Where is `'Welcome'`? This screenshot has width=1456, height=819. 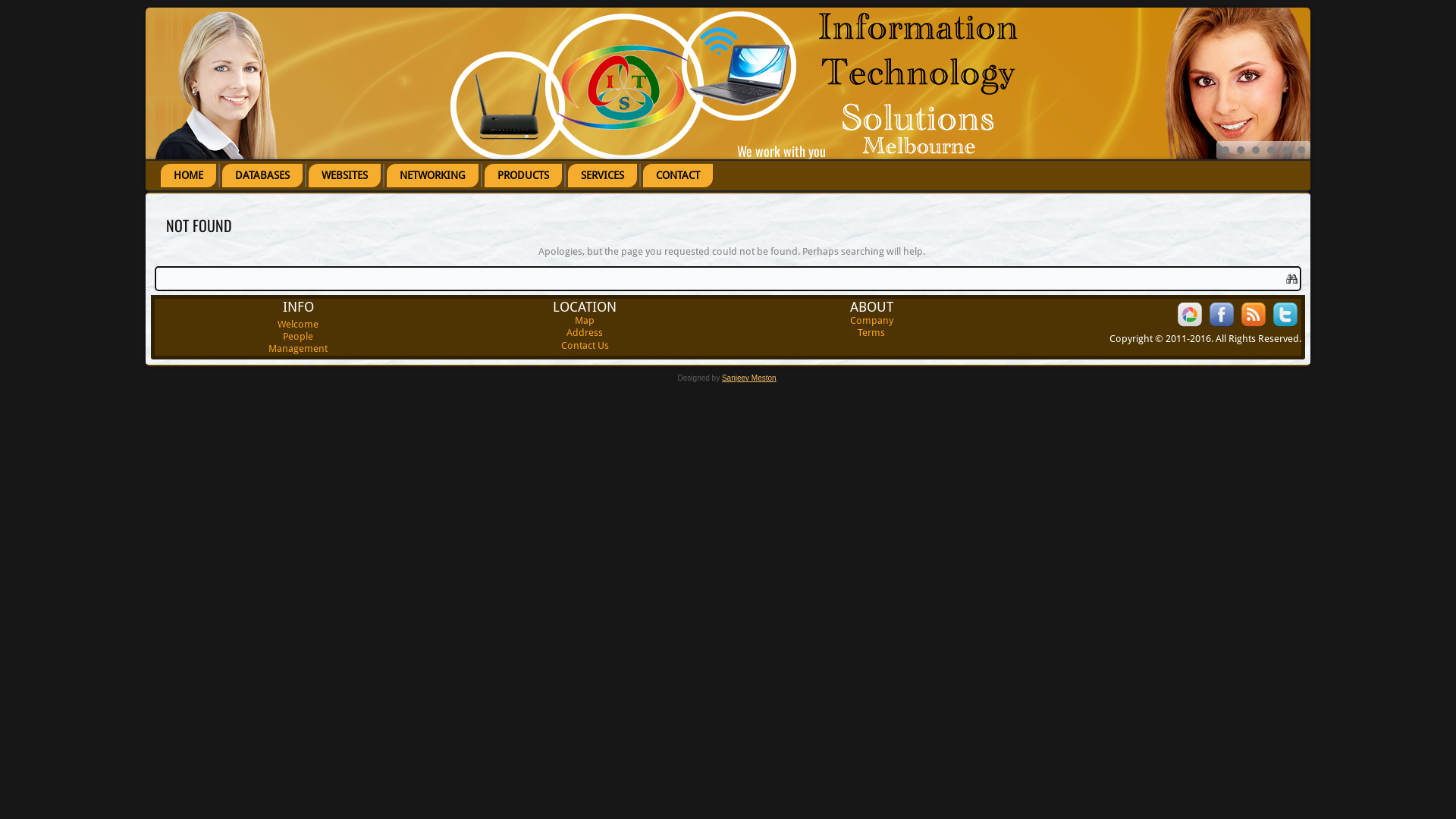 'Welcome' is located at coordinates (298, 323).